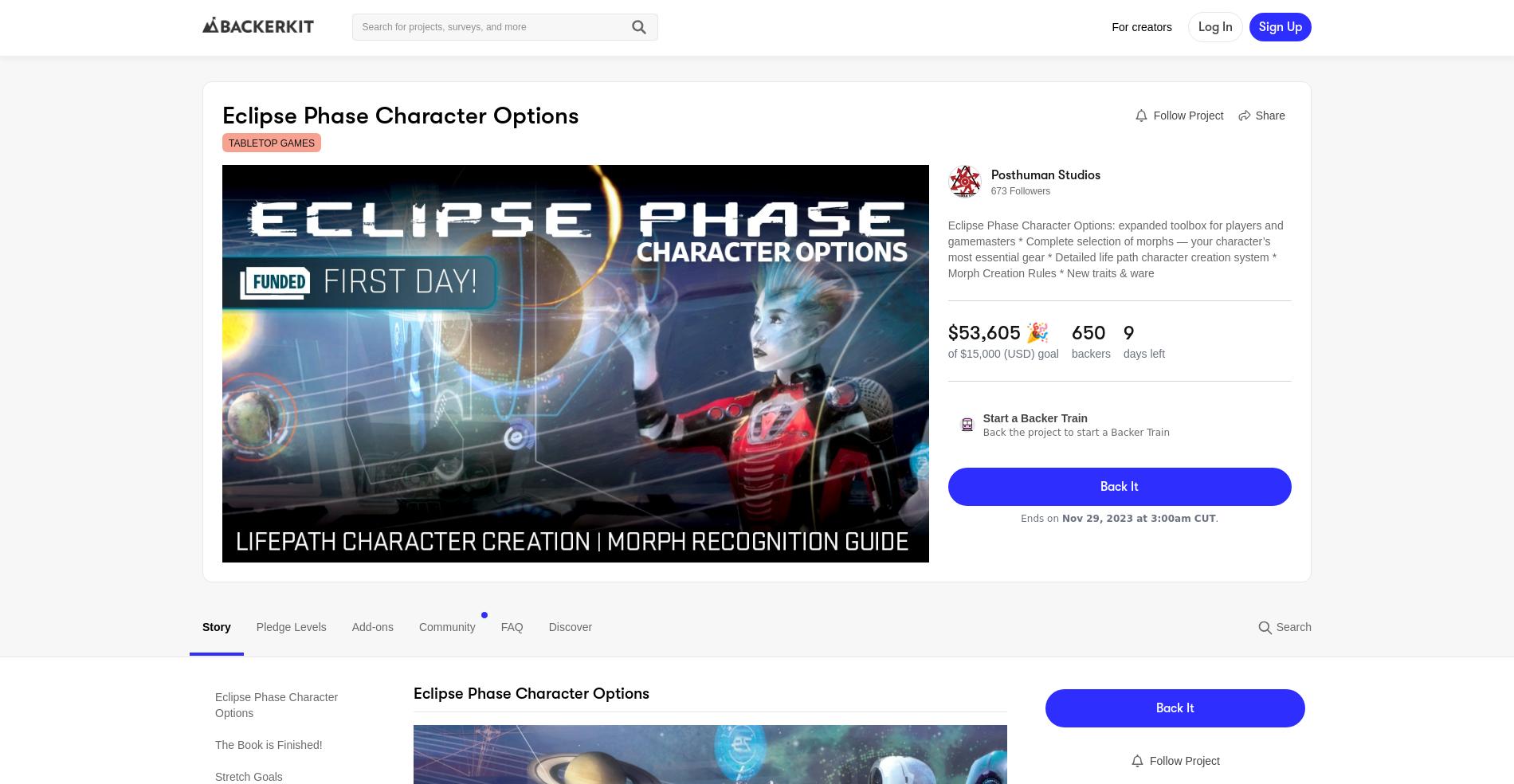 This screenshot has height=784, width=1514. What do you see at coordinates (247, 777) in the screenshot?
I see `'Stretch Goals'` at bounding box center [247, 777].